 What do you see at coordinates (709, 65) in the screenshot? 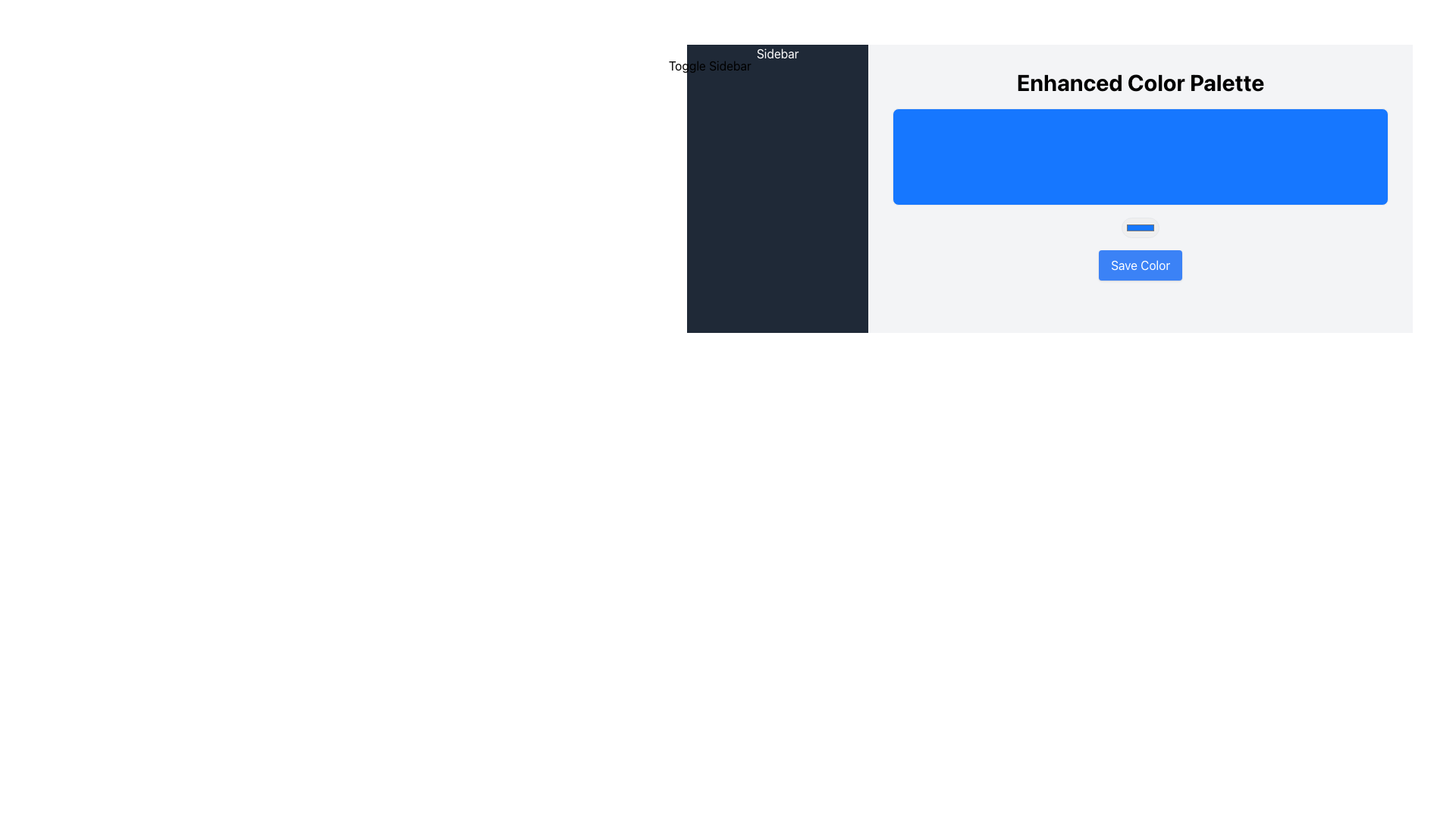
I see `the button located at the top left corner of the interface, which controls the visibility of the sidebar` at bounding box center [709, 65].